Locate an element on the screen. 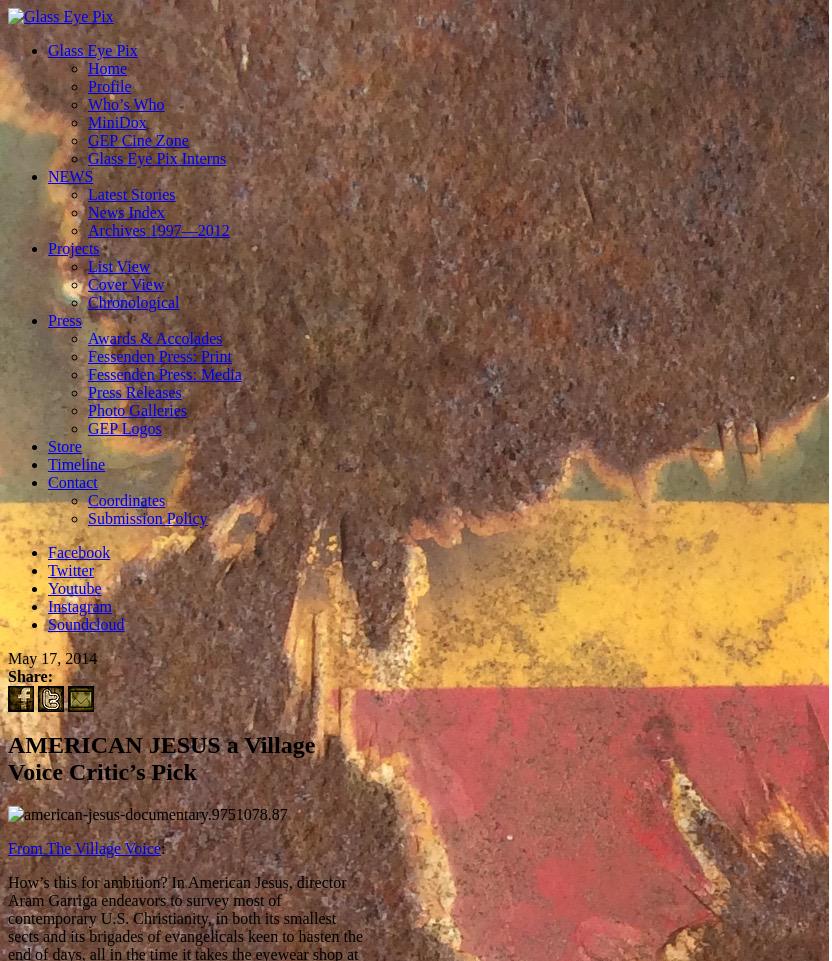 The width and height of the screenshot is (832, 961). 'Profile' is located at coordinates (109, 86).